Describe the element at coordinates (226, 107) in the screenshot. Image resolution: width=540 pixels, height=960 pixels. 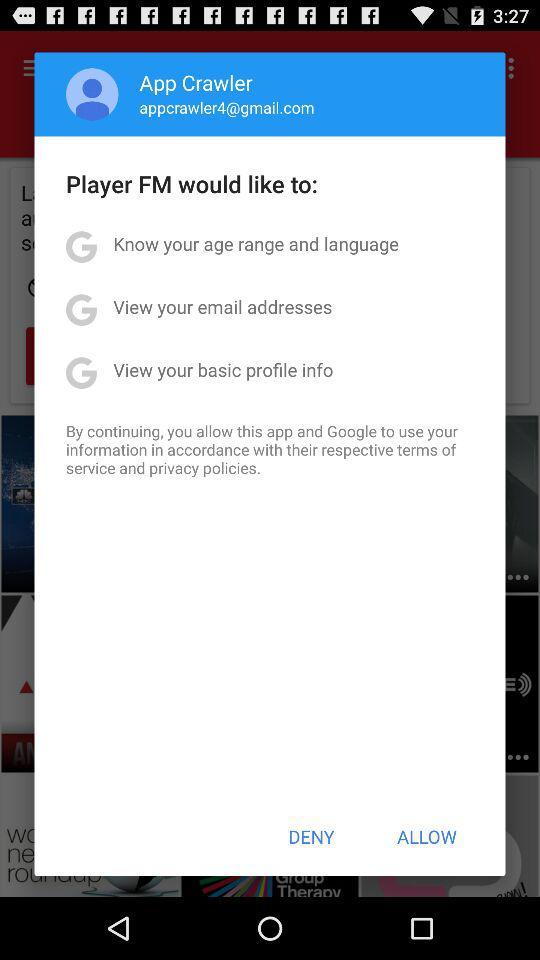
I see `the item above player fm would icon` at that location.